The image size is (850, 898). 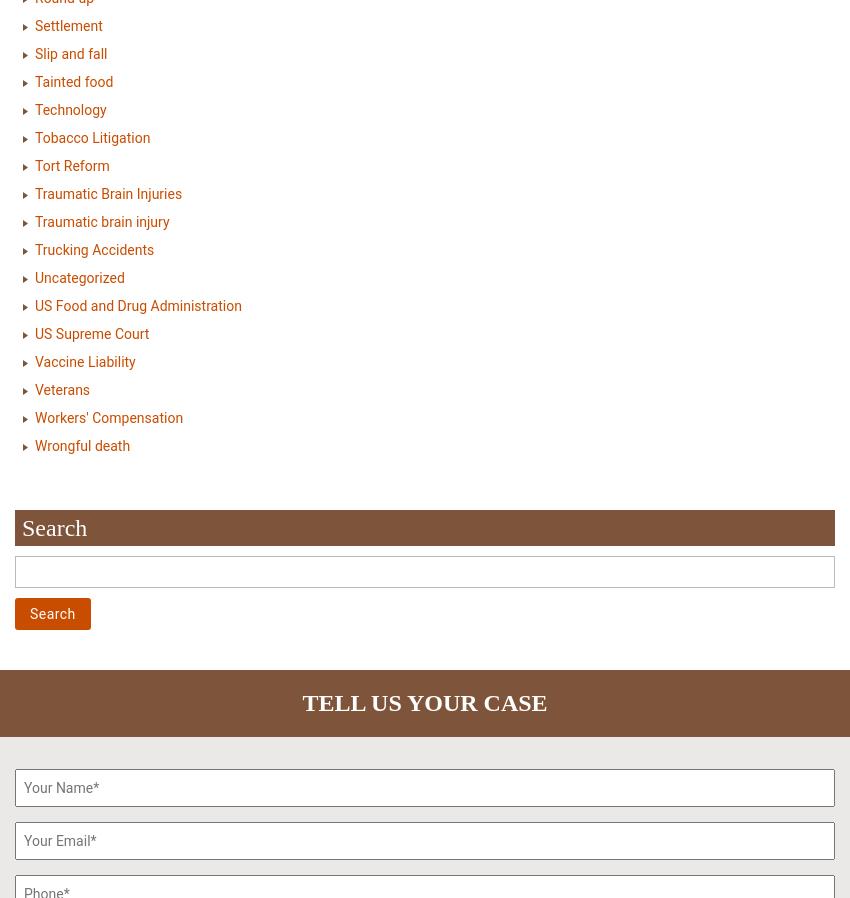 What do you see at coordinates (34, 108) in the screenshot?
I see `'Technology'` at bounding box center [34, 108].